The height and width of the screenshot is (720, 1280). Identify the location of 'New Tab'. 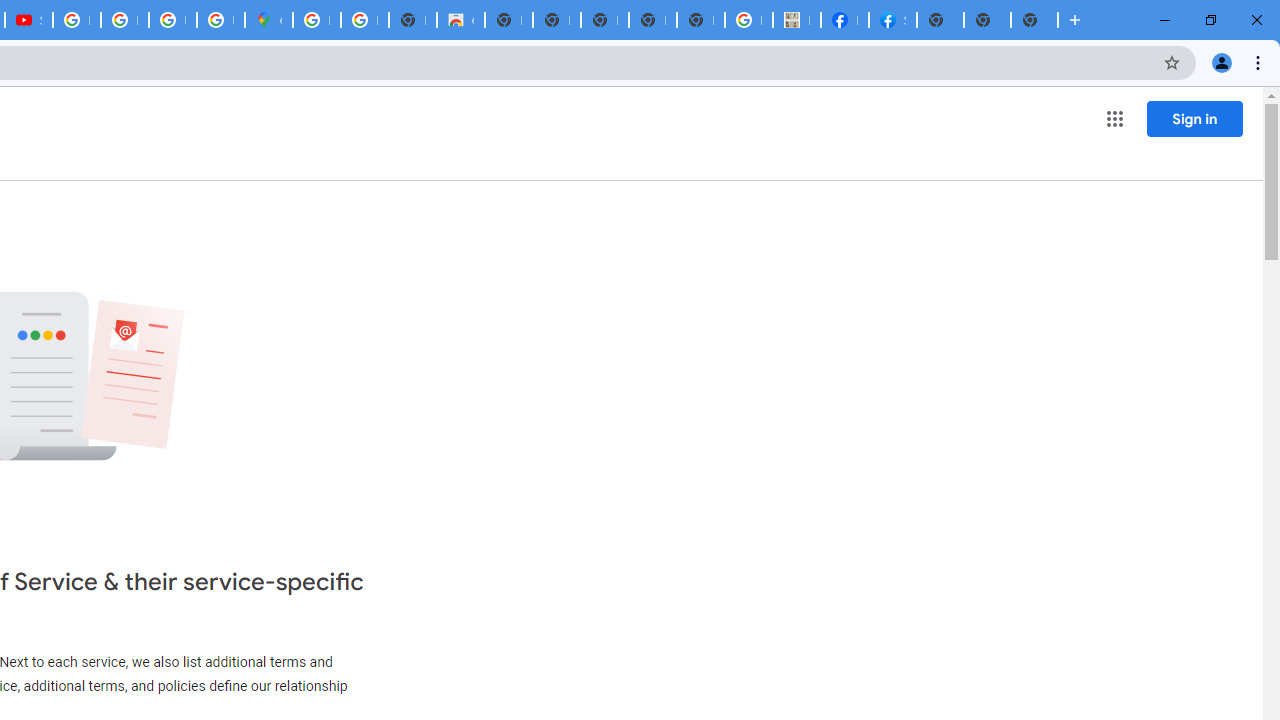
(1034, 20).